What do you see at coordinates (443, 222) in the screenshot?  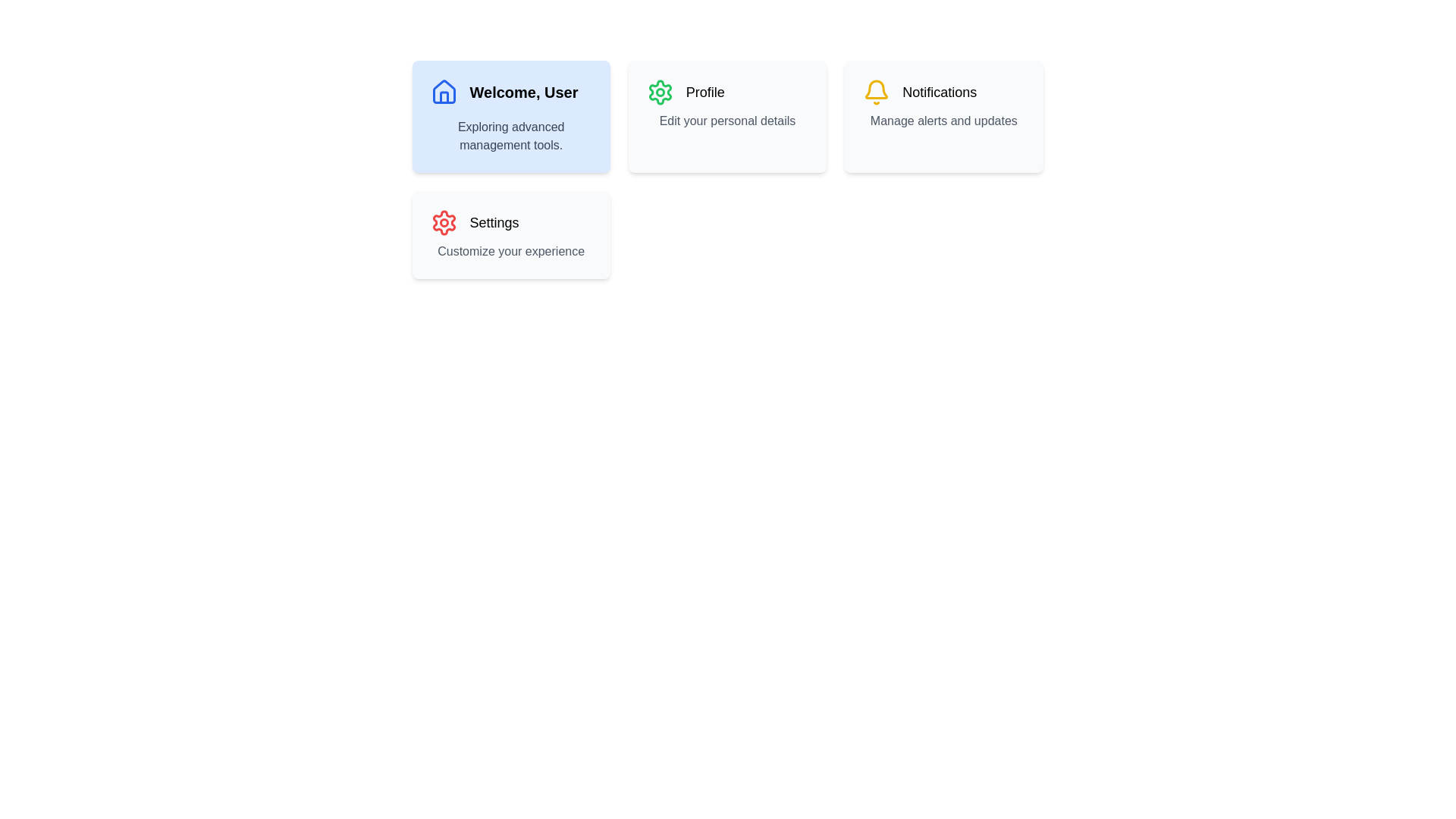 I see `the settings icon located within the 'Settings' card beneath the 'Welcome, User' section of the interface` at bounding box center [443, 222].